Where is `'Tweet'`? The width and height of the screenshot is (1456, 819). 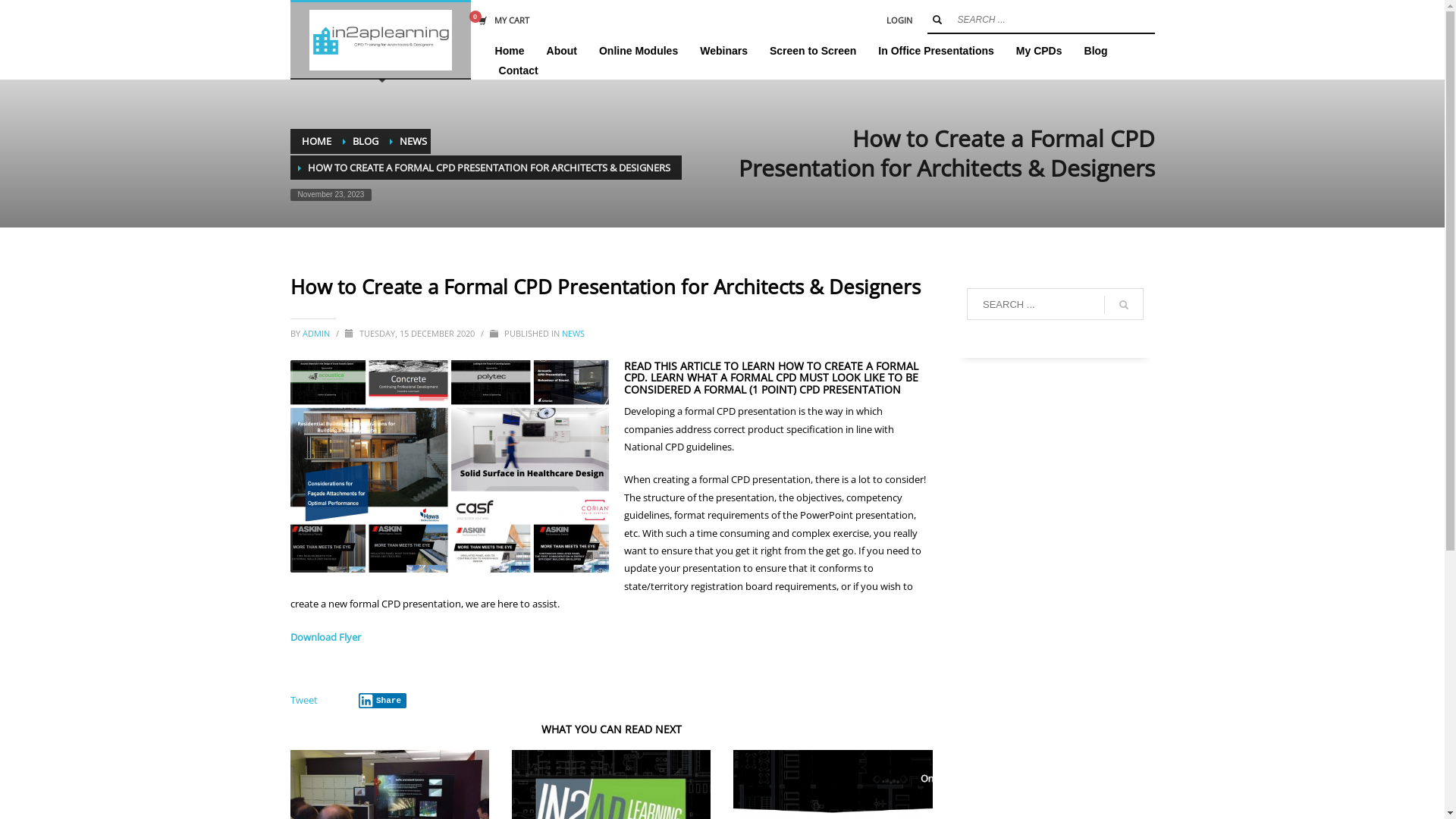 'Tweet' is located at coordinates (290, 699).